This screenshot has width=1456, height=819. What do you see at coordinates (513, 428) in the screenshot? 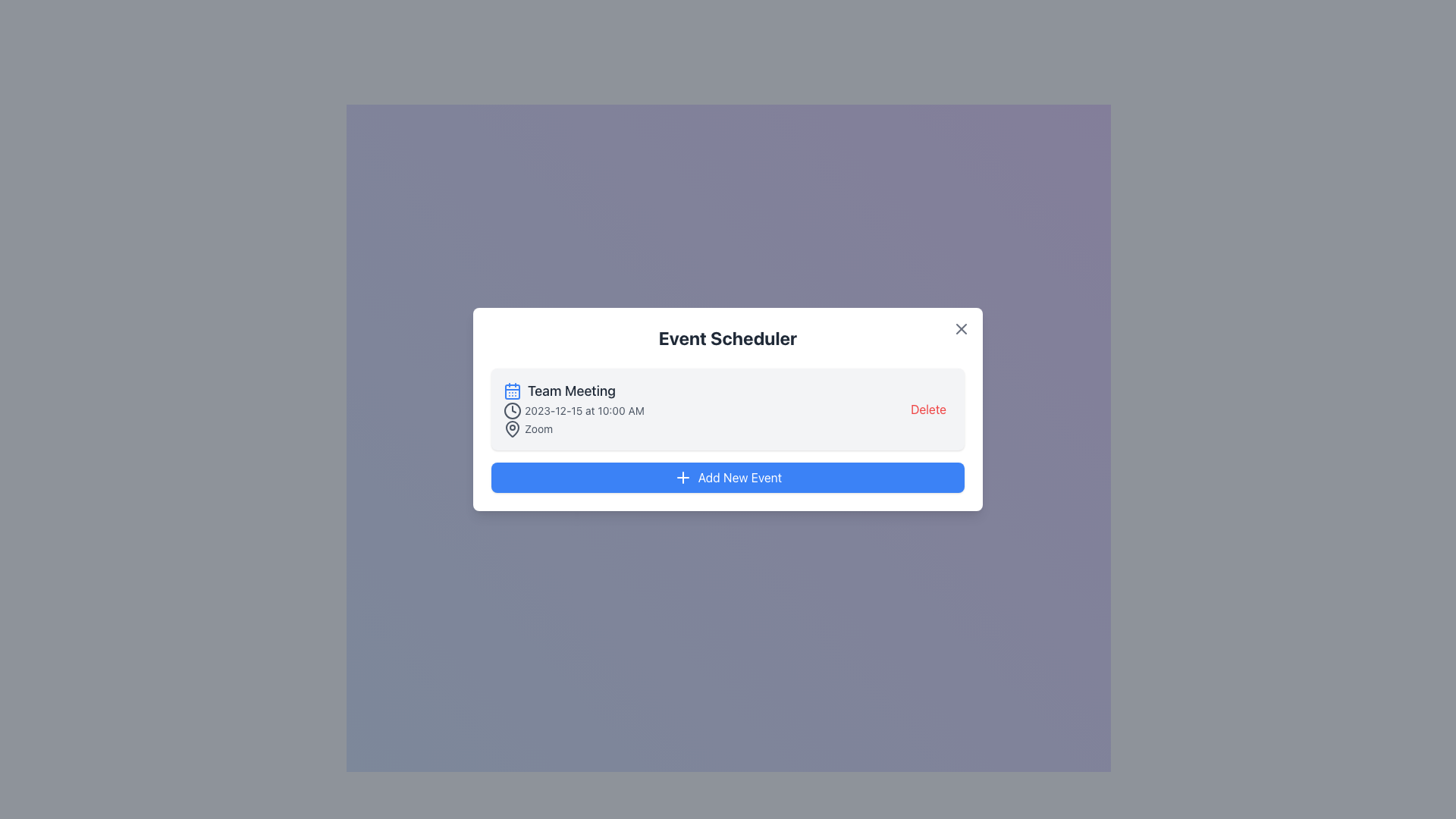
I see `the location icon next to the 'Zoom' label in the 'Event Scheduler' dialog for the 'Team Meeting' event` at bounding box center [513, 428].